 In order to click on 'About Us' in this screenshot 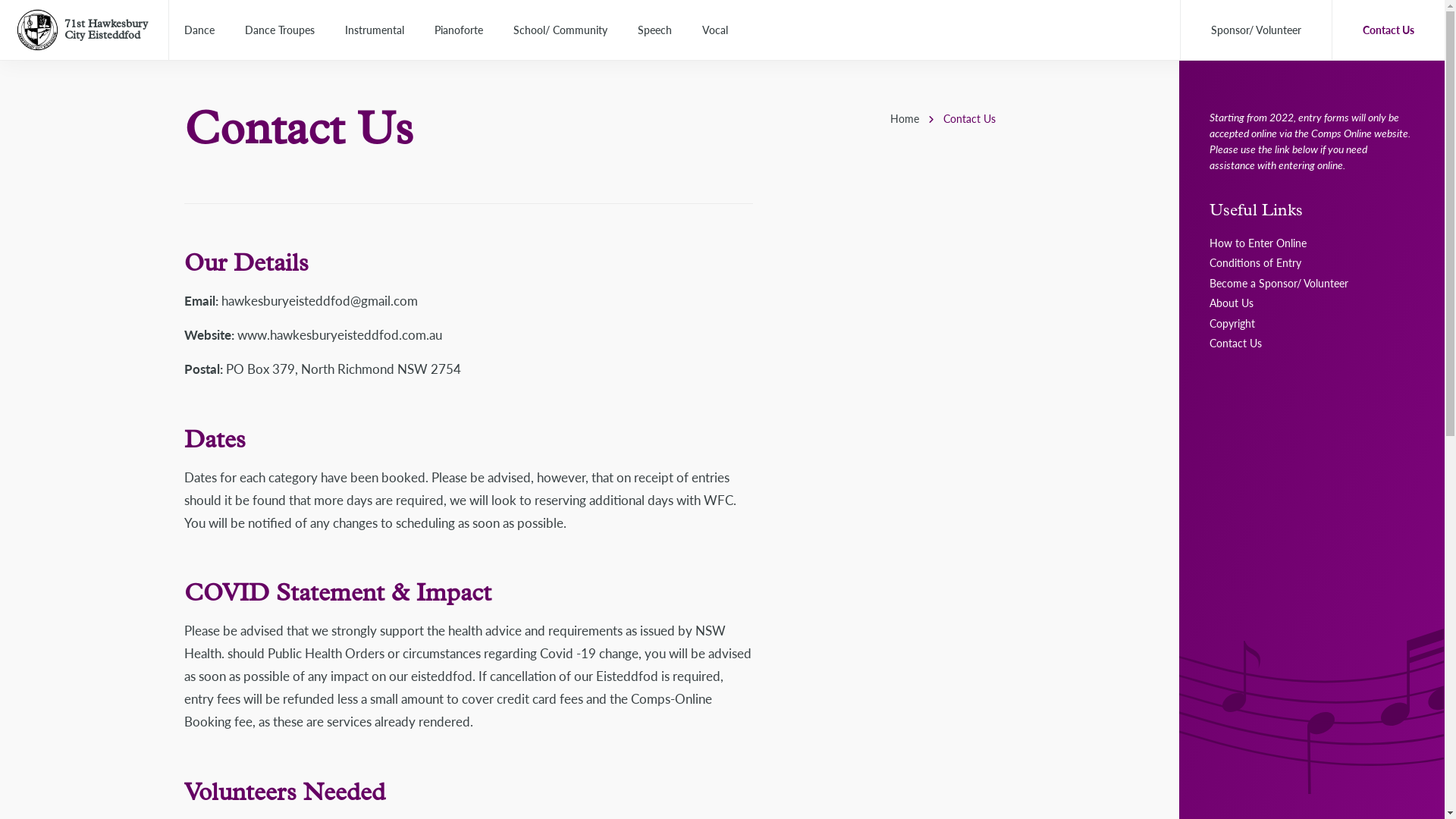, I will do `click(1208, 302)`.